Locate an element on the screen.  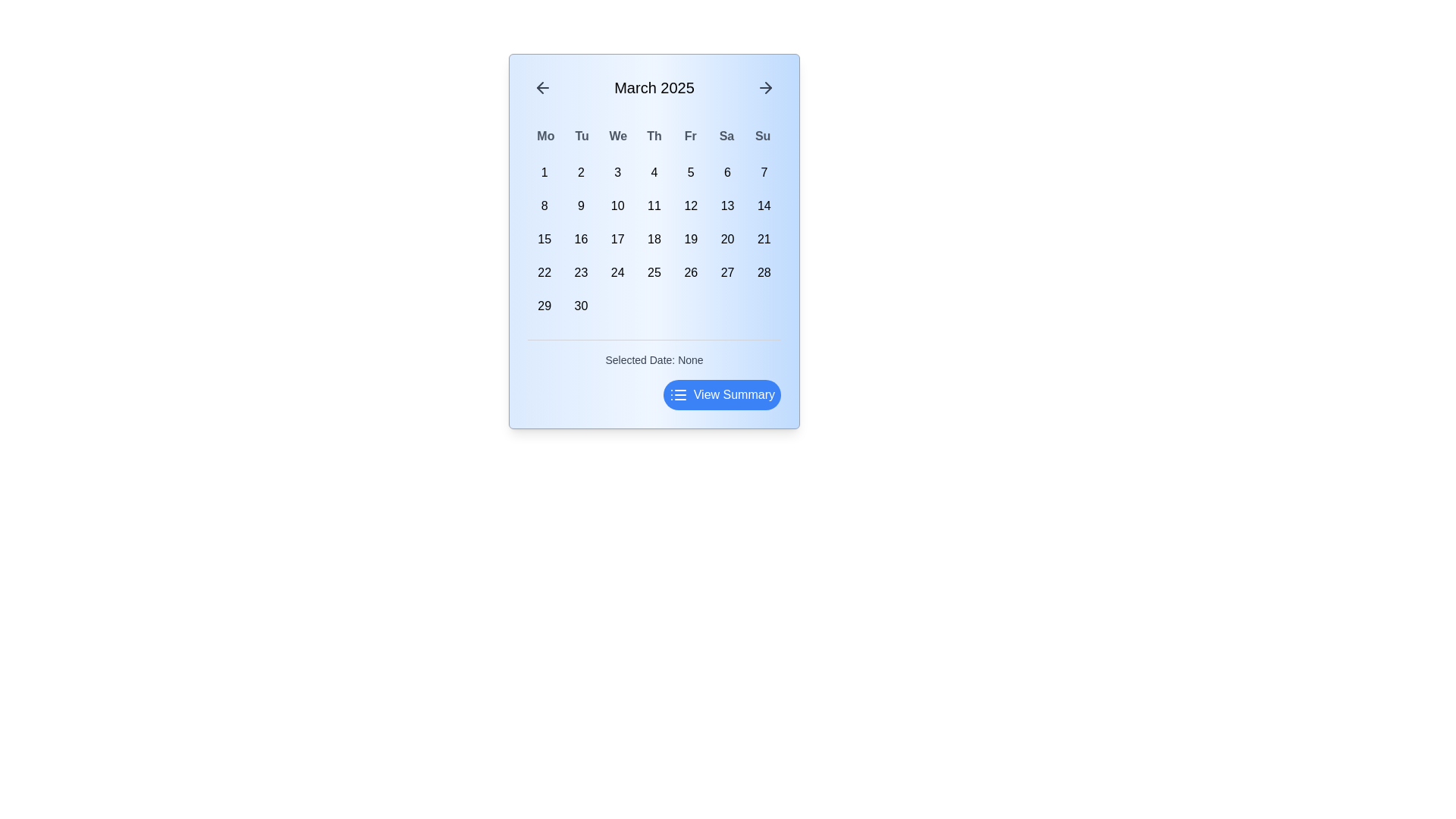
the calendar cell representing the 24th day, which is a circular button with a light background that changes on hover is located at coordinates (617, 271).